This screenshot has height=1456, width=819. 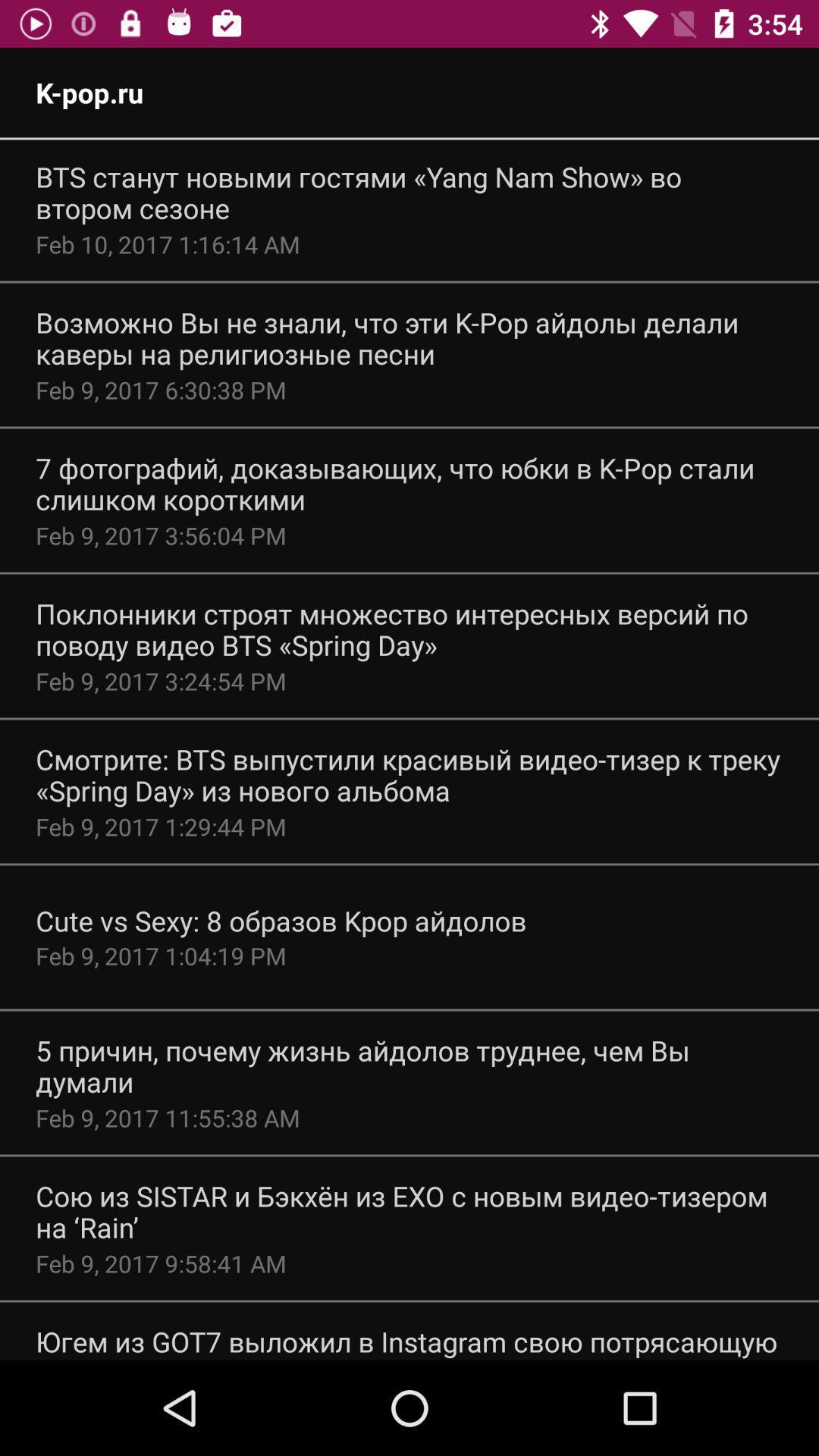 I want to click on icon above feb 9 2017 app, so click(x=281, y=920).